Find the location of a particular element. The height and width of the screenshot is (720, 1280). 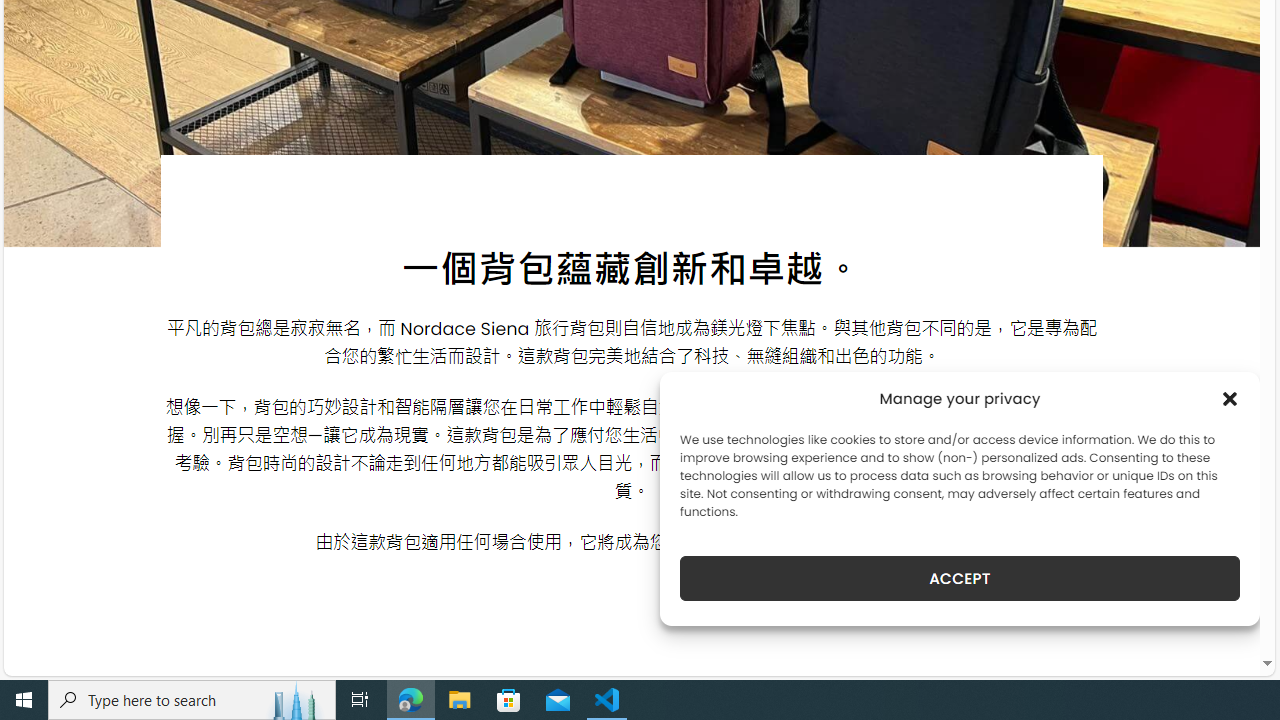

'Class: cmplz-close' is located at coordinates (1229, 398).